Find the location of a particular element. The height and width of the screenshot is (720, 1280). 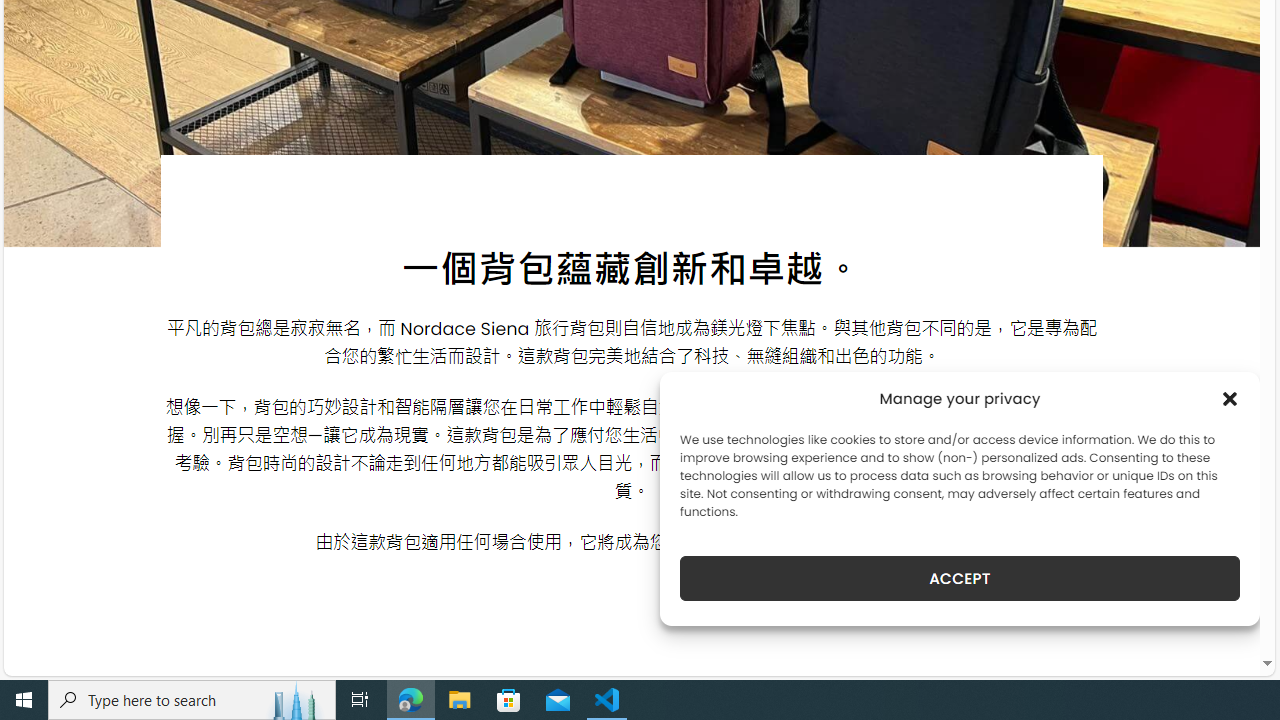

'Class: cmplz-close' is located at coordinates (1229, 398).